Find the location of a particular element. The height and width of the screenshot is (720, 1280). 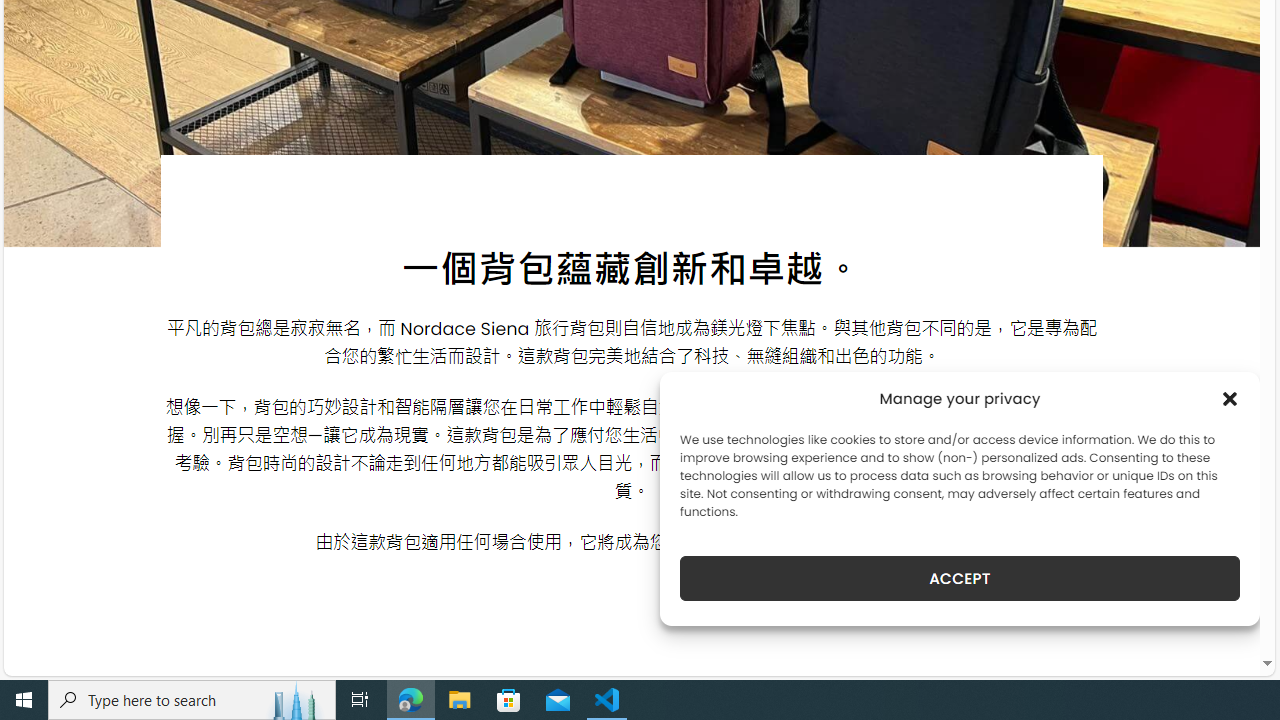

'Class: cmplz-close' is located at coordinates (1229, 398).